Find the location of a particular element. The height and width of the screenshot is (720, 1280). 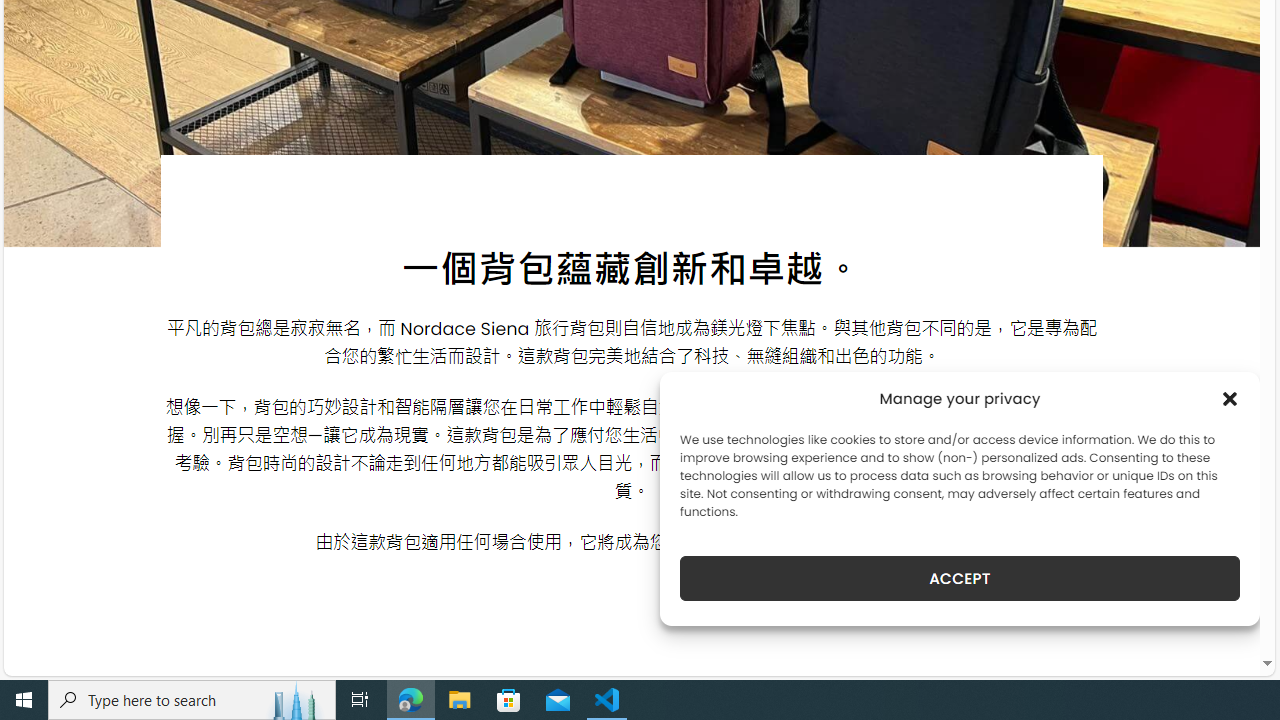

'Class: cmplz-close' is located at coordinates (1229, 398).